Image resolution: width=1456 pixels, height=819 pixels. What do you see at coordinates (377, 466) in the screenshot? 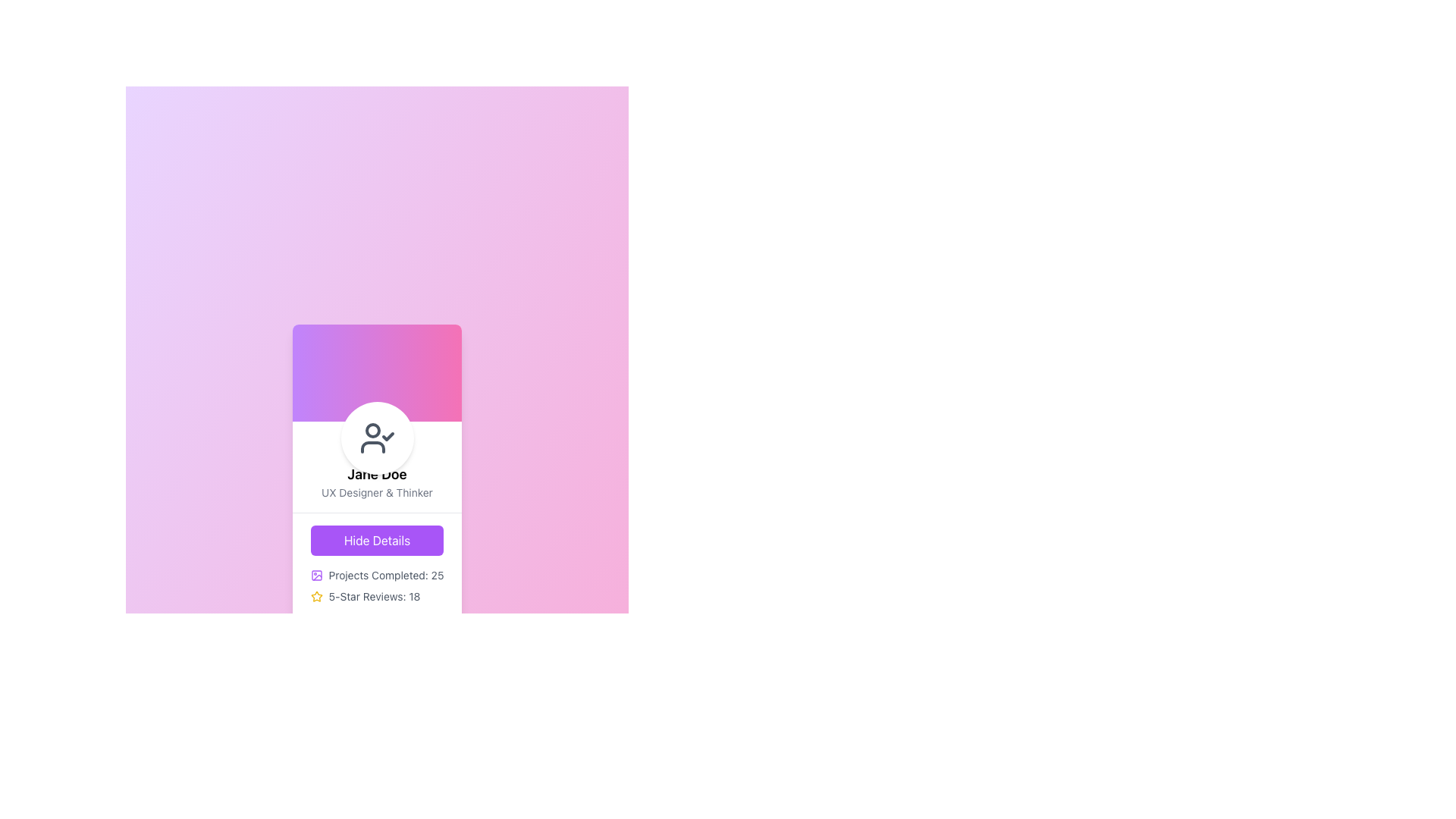
I see `the Text Display Block that shows 'Jane Doe' and 'UX Designer & Thinker', which is located in the center section of the profile card, prominently placed below the avatar and above the 'Hide Details' button` at bounding box center [377, 466].